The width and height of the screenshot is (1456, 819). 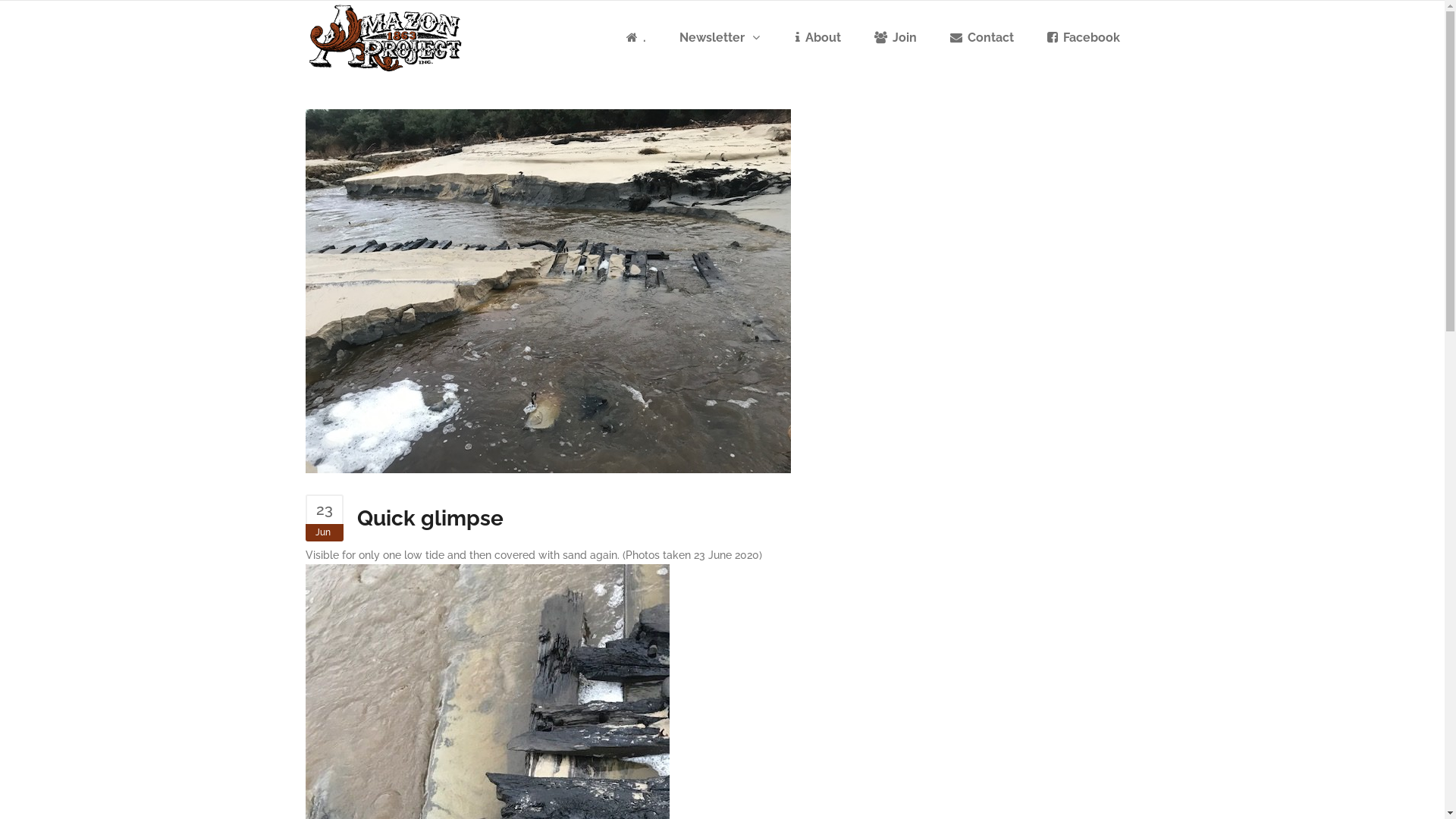 I want to click on 'Facebook', so click(x=1082, y=37).